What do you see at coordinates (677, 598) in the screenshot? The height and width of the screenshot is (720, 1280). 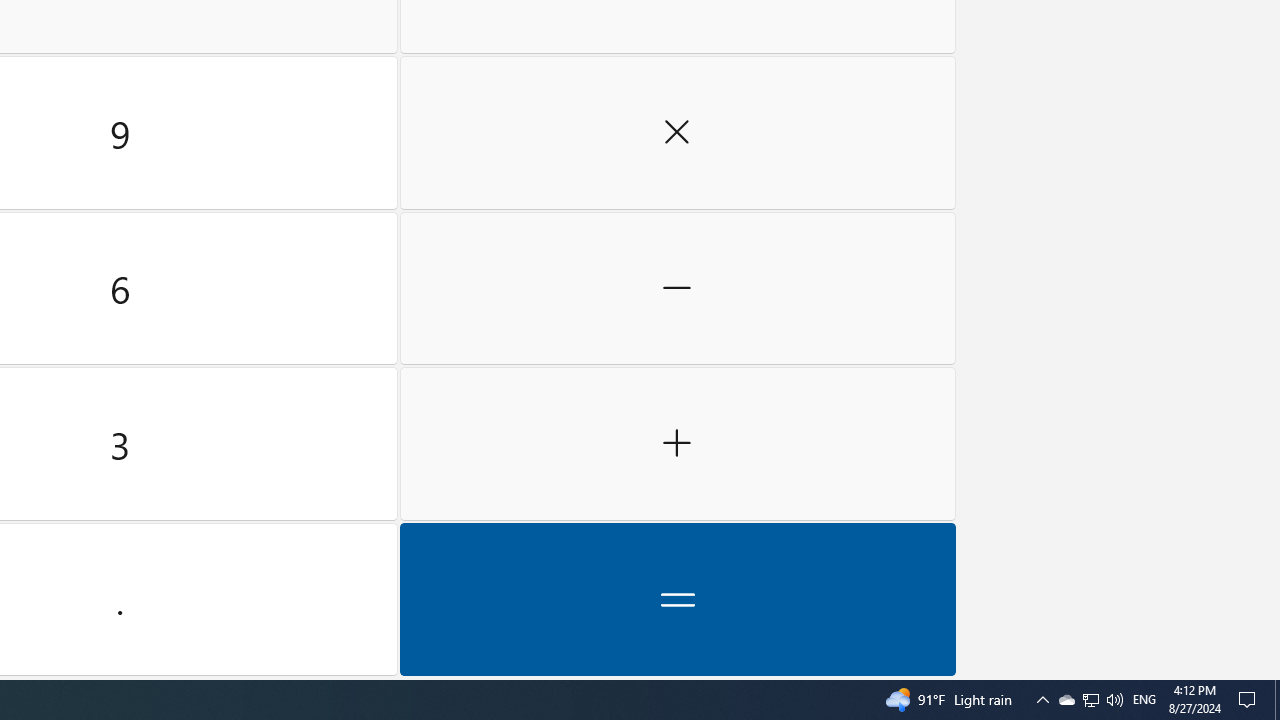 I see `'Equals'` at bounding box center [677, 598].